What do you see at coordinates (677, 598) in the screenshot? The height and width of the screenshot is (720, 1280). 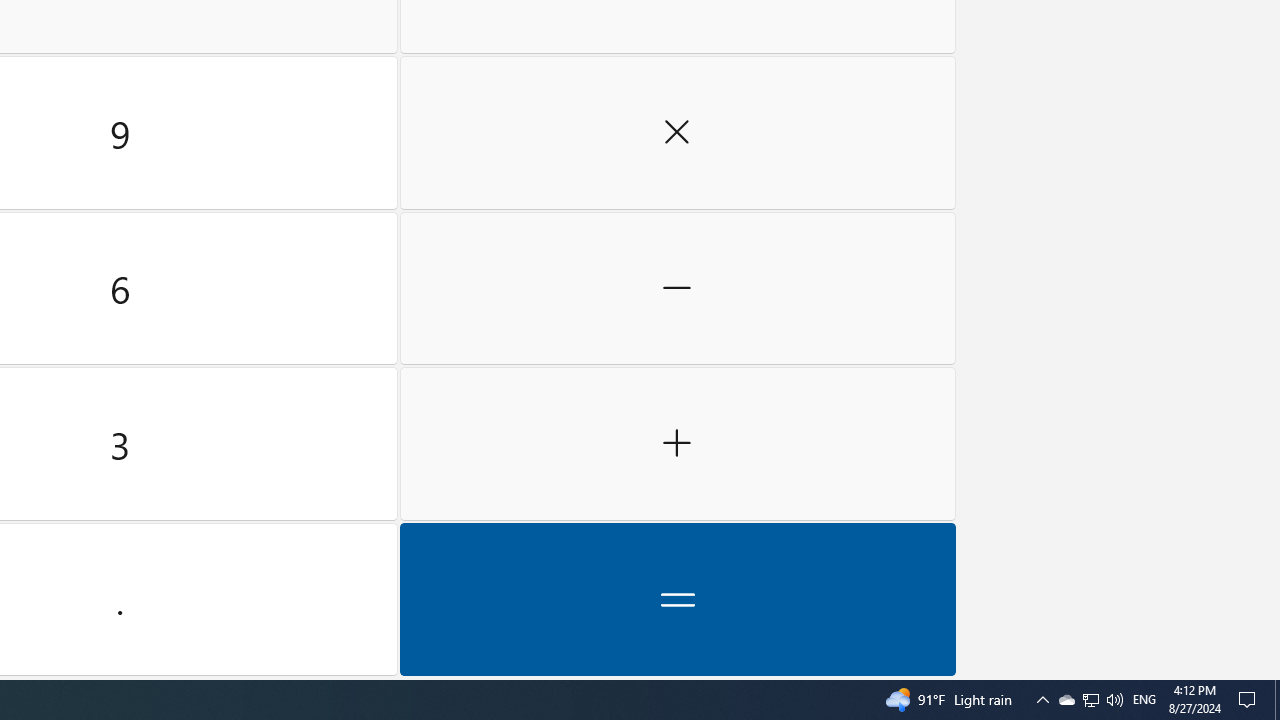 I see `'Equals'` at bounding box center [677, 598].